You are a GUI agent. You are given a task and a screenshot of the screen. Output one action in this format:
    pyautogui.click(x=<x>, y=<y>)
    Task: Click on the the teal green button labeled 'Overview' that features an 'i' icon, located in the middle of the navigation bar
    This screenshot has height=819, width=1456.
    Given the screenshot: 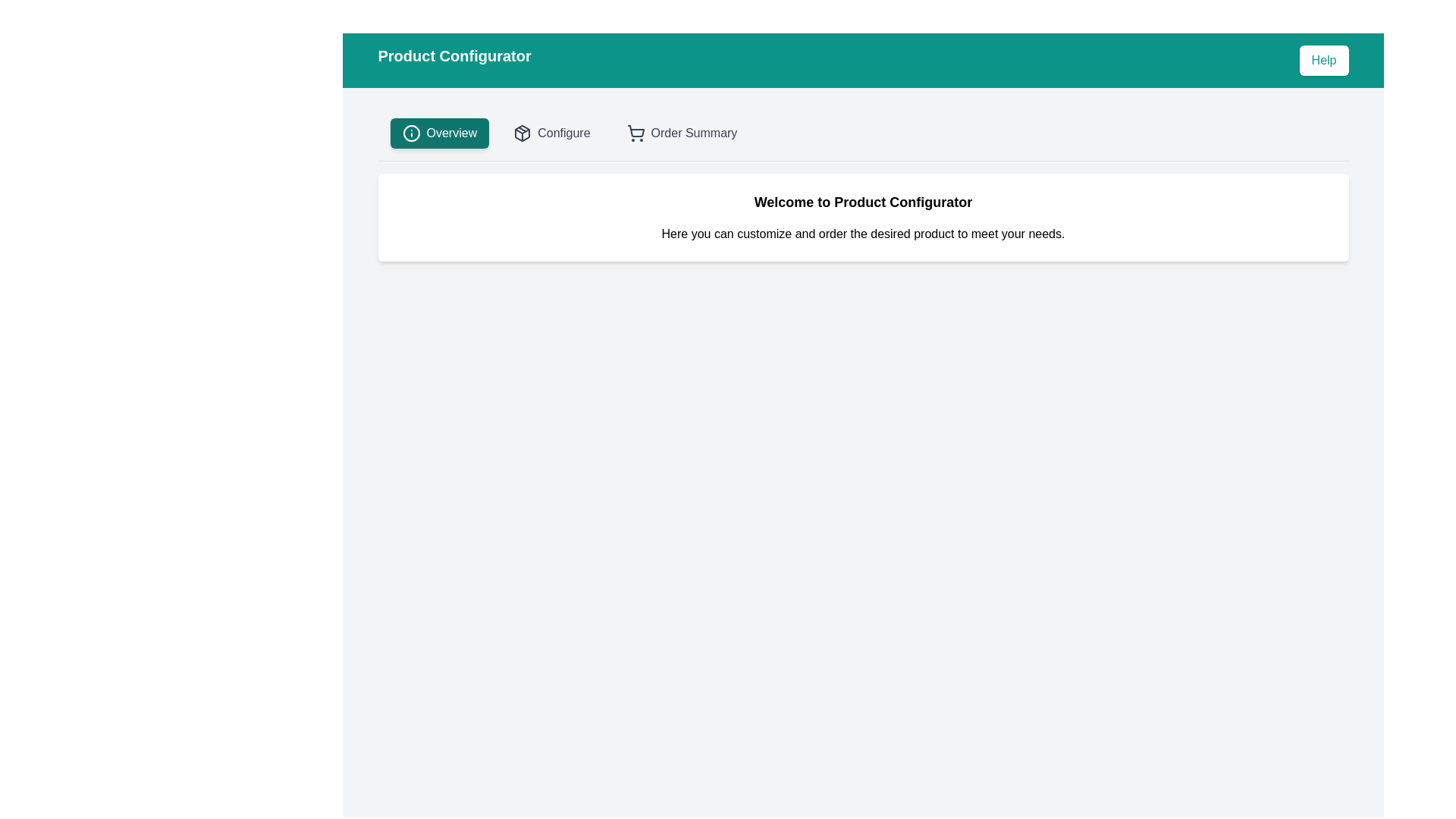 What is the action you would take?
    pyautogui.click(x=438, y=133)
    